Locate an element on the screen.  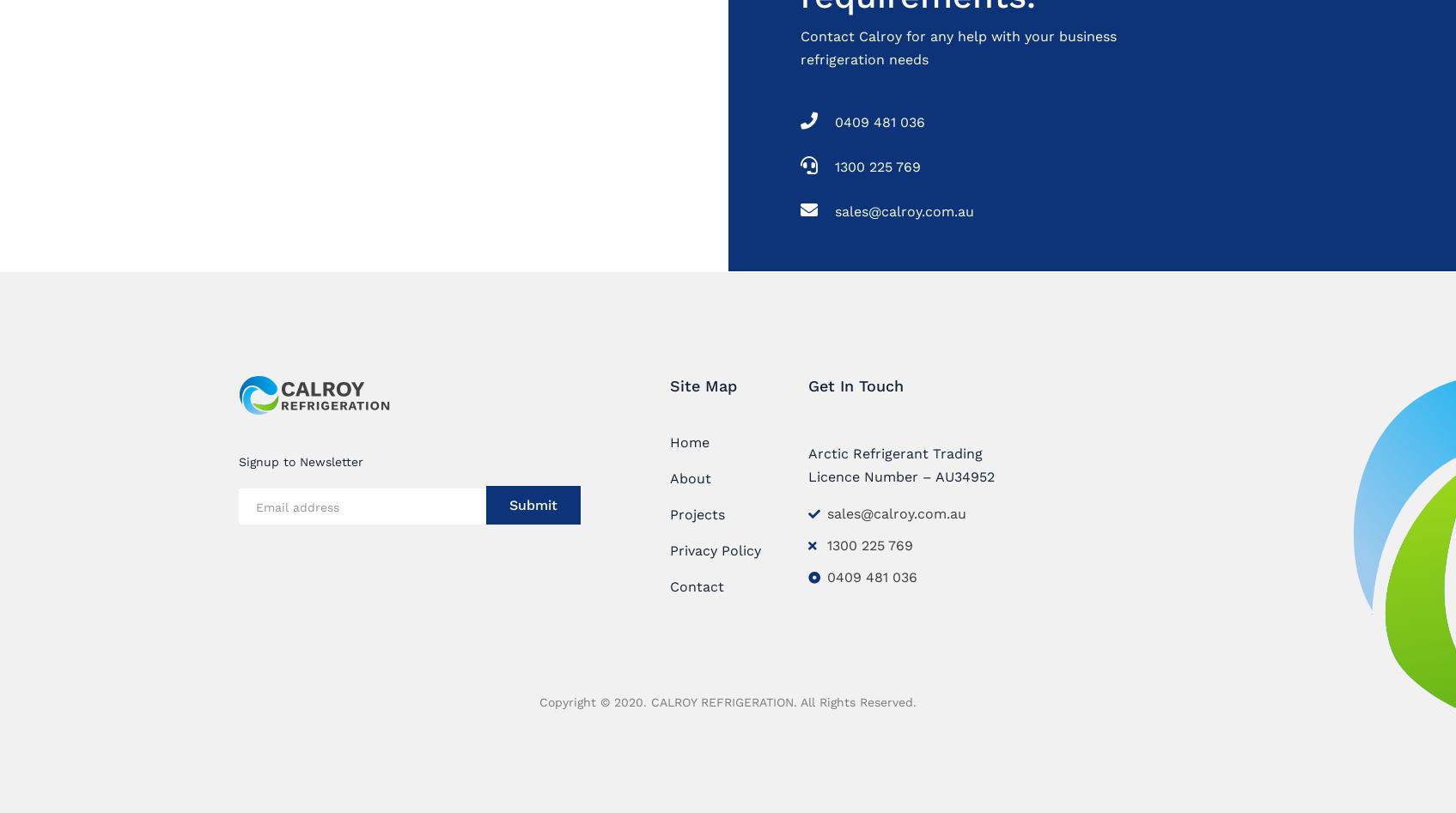
'Get In Touch' is located at coordinates (807, 385).